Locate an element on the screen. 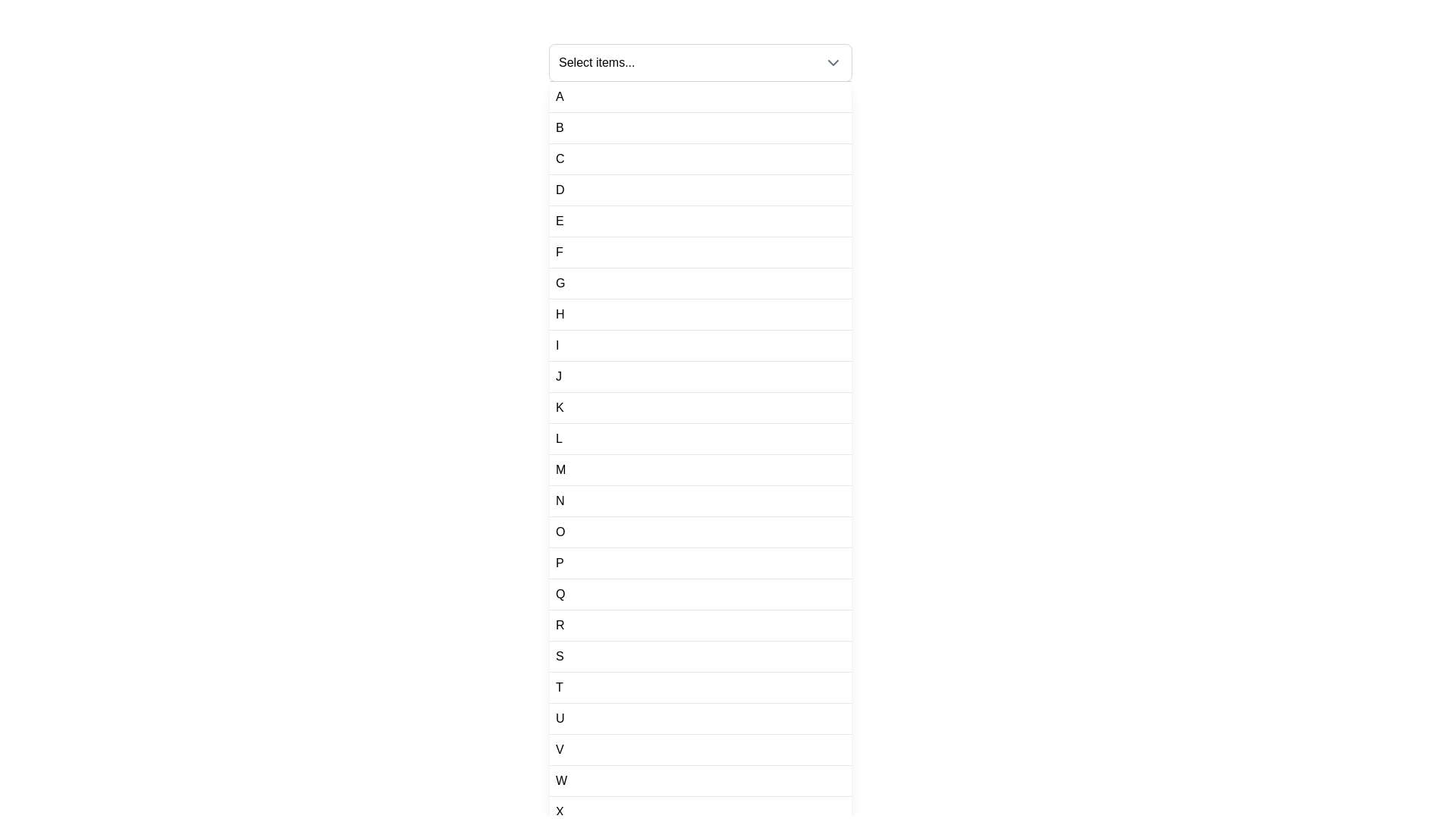 This screenshot has width=1456, height=819. to select the 17th item in the vertical list, which is visually separated by borders and functions as a navigational or informational component is located at coordinates (700, 594).